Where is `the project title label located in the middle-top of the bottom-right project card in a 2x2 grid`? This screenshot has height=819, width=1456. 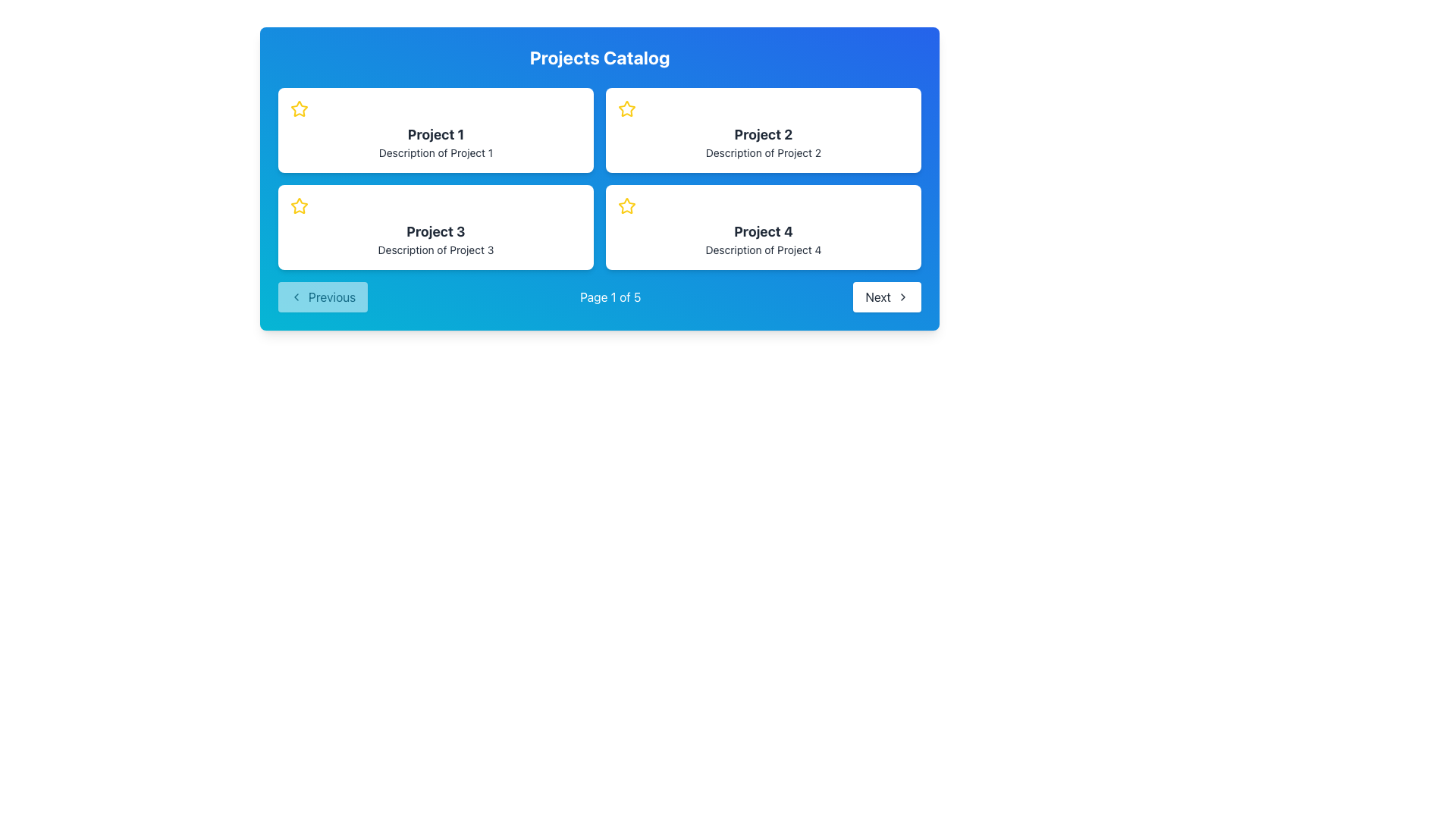
the project title label located in the middle-top of the bottom-right project card in a 2x2 grid is located at coordinates (764, 231).